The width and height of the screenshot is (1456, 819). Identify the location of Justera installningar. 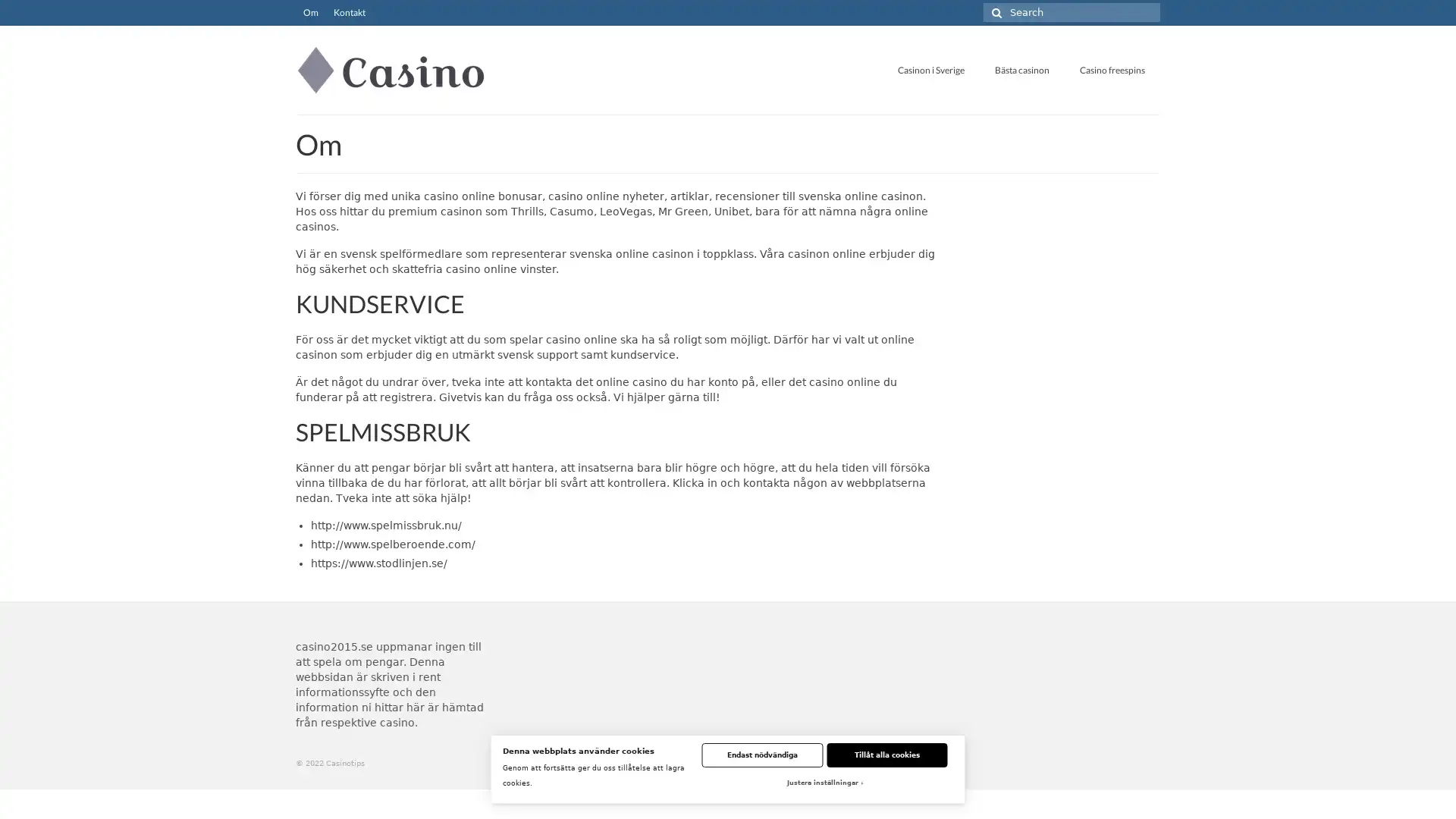
(823, 783).